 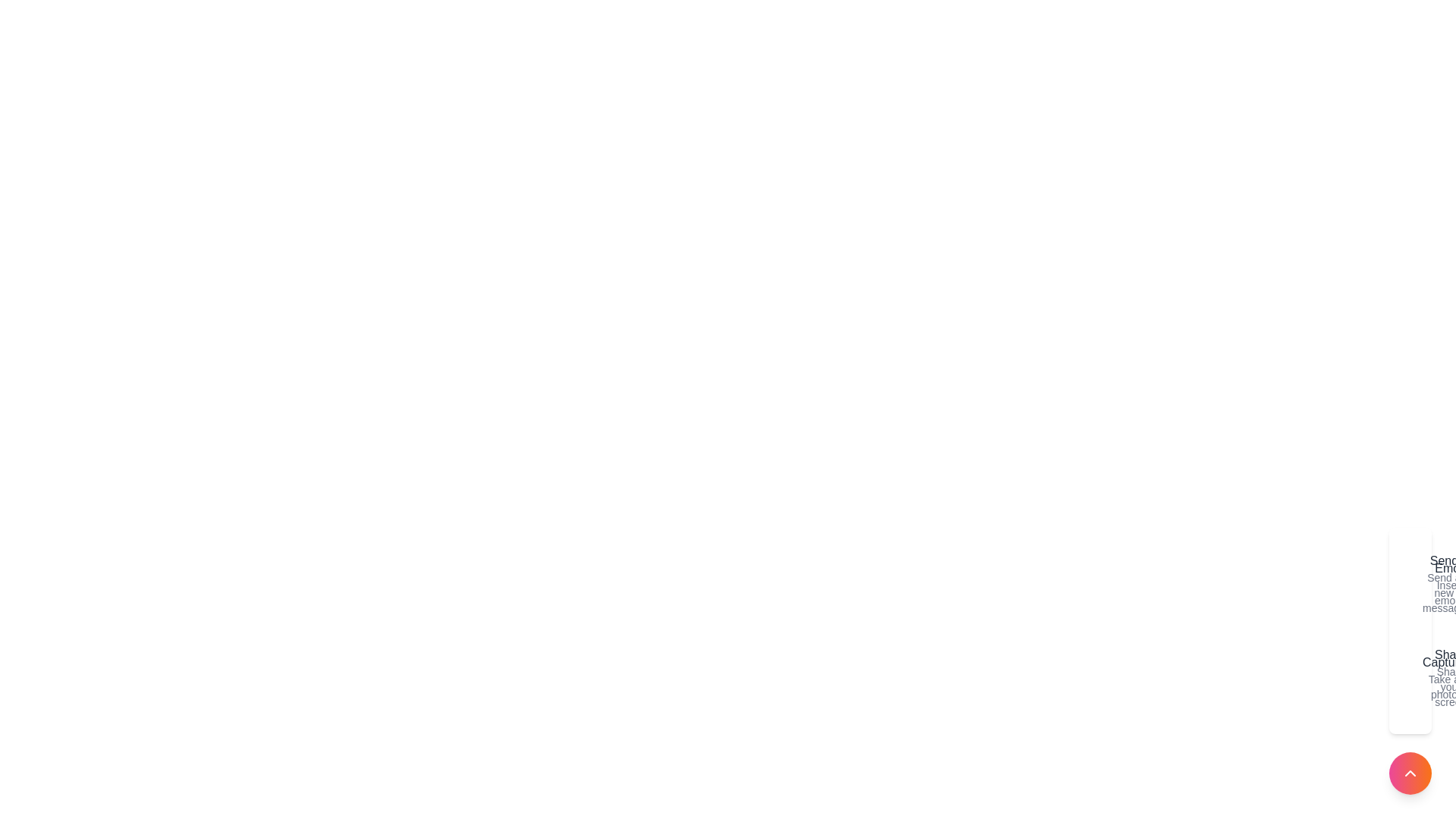 What do you see at coordinates (1412, 583) in the screenshot?
I see `the action Send to highlight it` at bounding box center [1412, 583].